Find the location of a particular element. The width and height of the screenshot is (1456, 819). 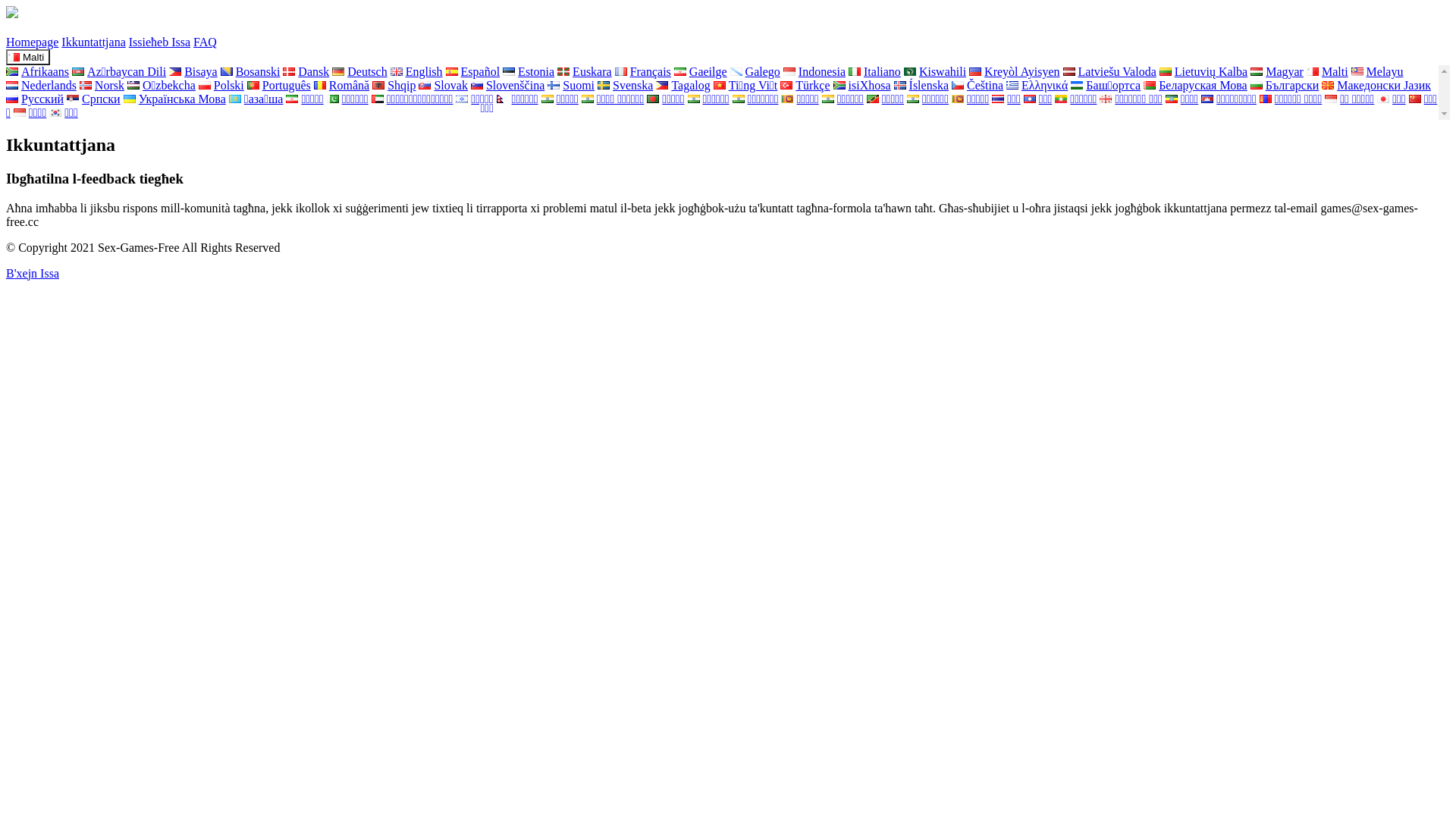

'Malti' is located at coordinates (1326, 71).